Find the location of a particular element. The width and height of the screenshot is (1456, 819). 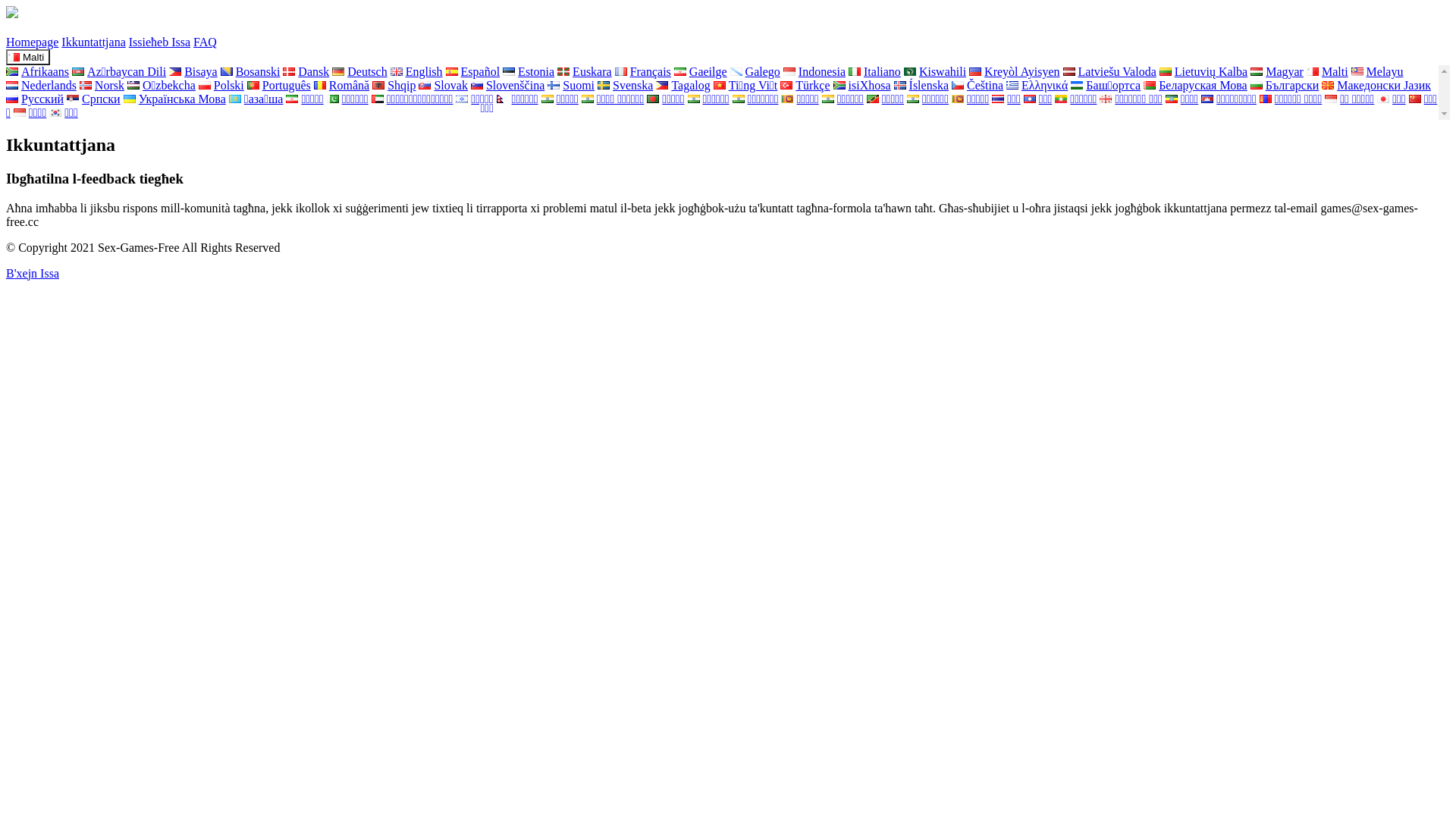

'Malti' is located at coordinates (1326, 71).